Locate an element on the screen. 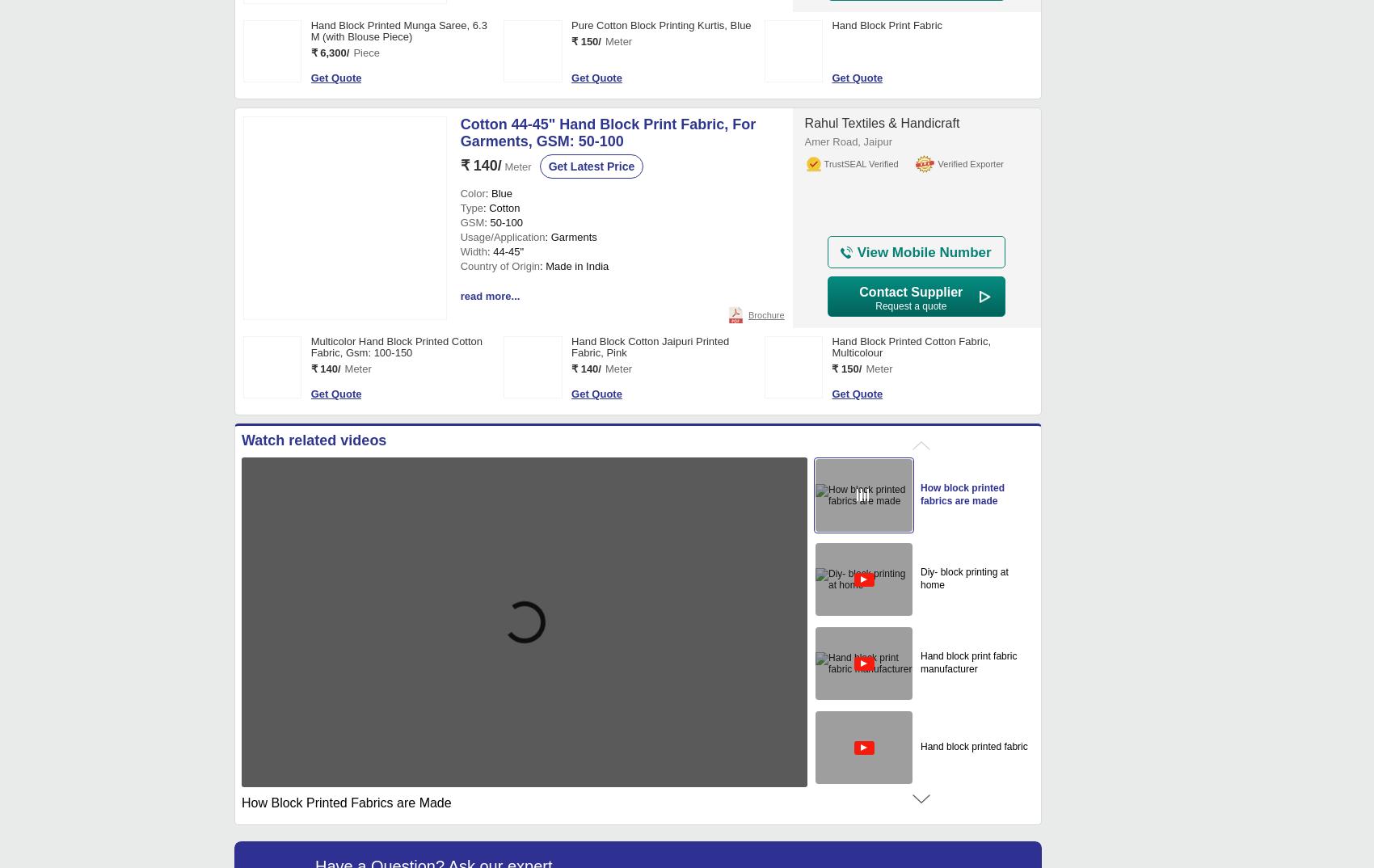 The image size is (1374, 868). 'Get Latest Price' is located at coordinates (591, 166).